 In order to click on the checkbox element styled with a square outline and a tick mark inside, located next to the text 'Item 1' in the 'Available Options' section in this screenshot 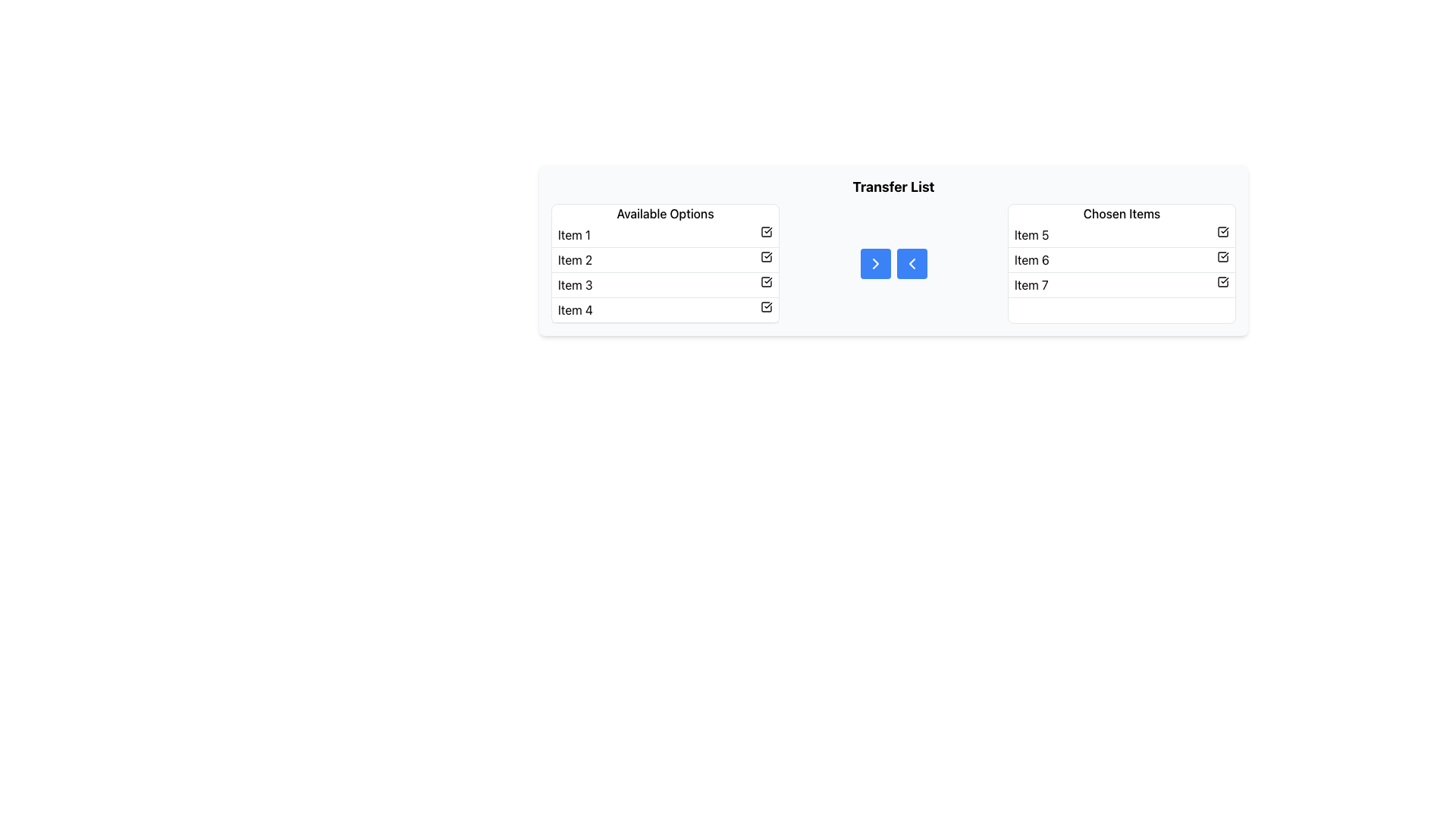, I will do `click(767, 231)`.